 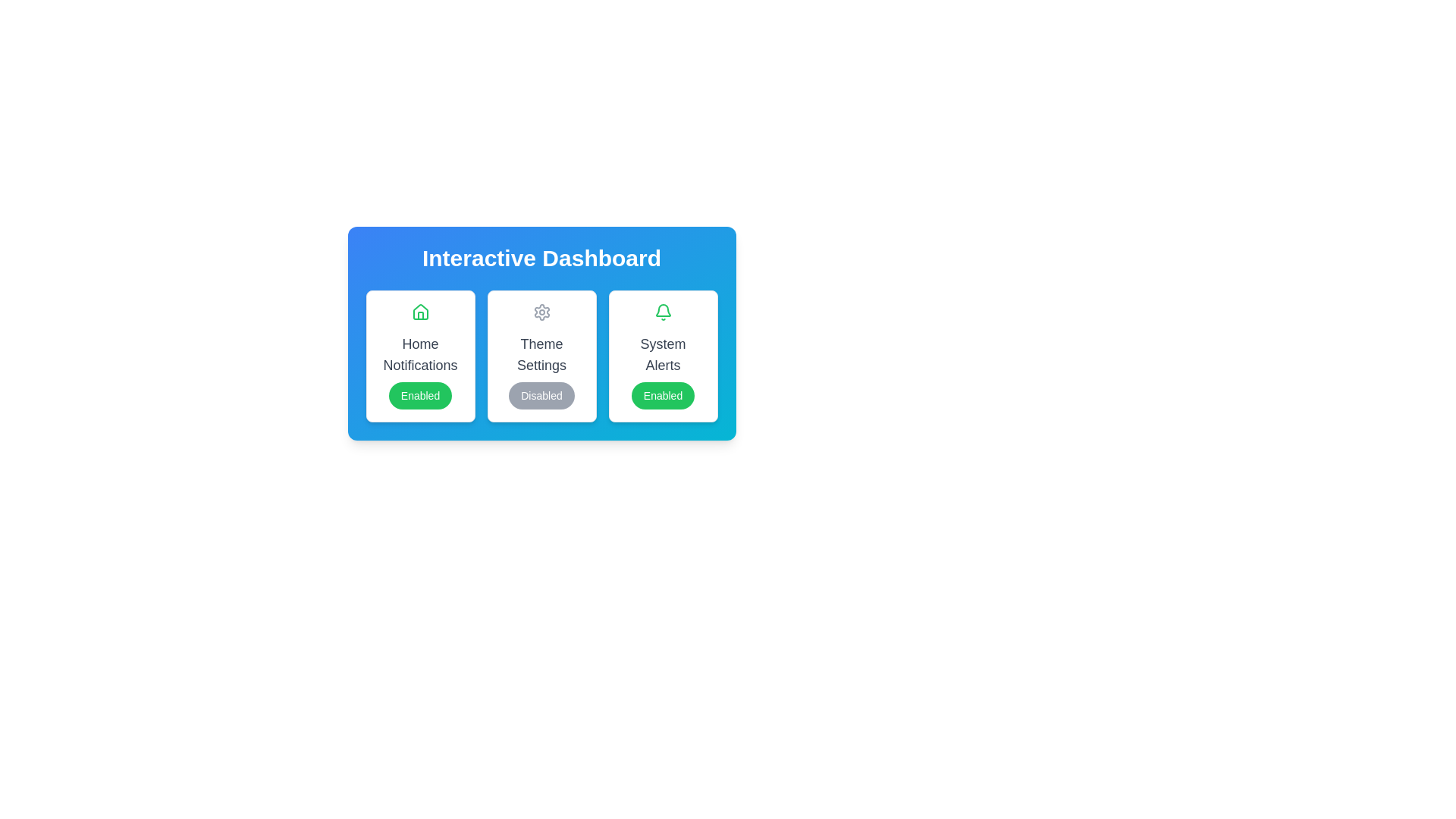 What do you see at coordinates (663, 356) in the screenshot?
I see `the 'System Alerts' card to toggle its state` at bounding box center [663, 356].